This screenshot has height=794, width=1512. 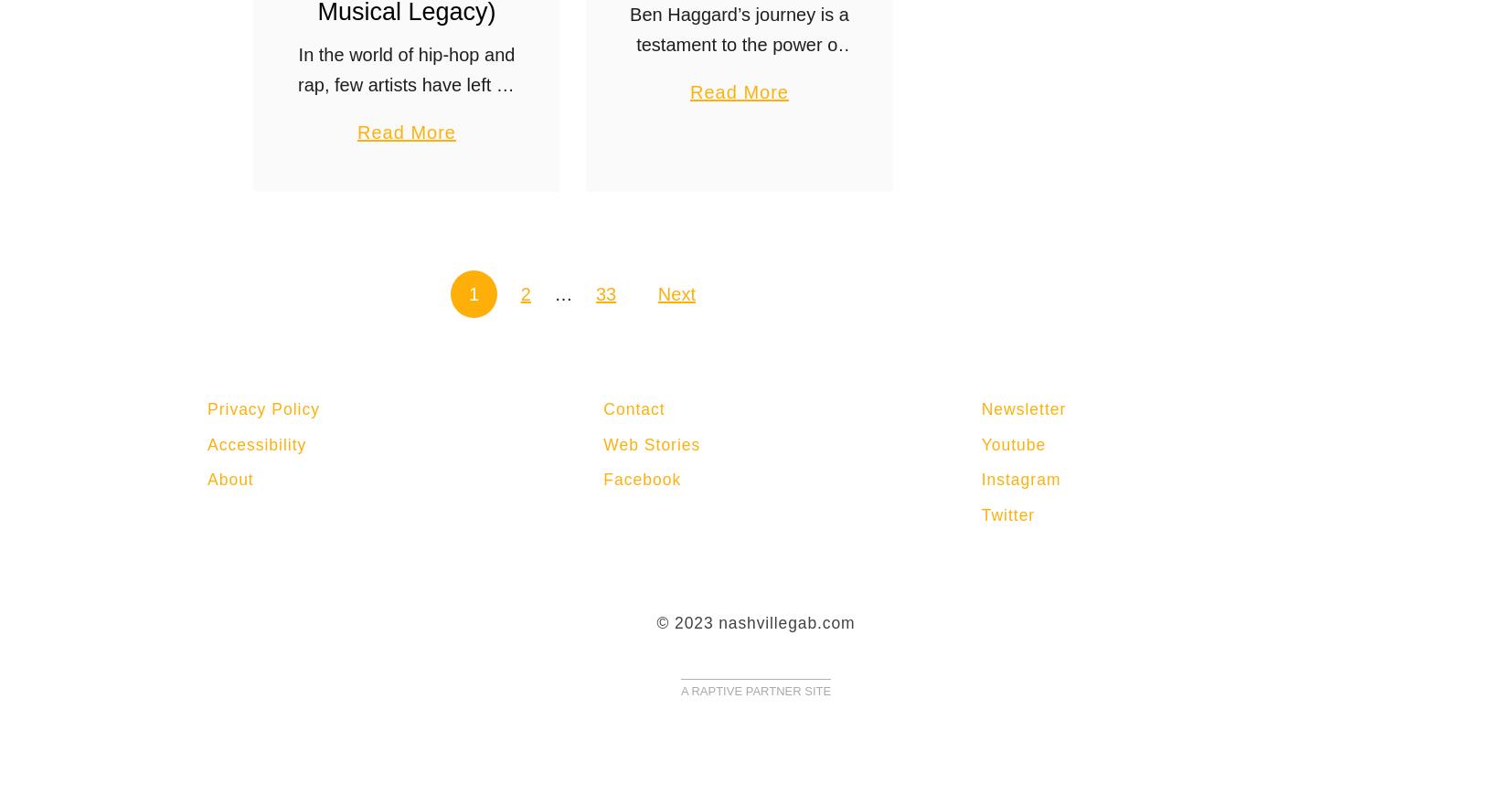 I want to click on 'Next', so click(x=656, y=292).